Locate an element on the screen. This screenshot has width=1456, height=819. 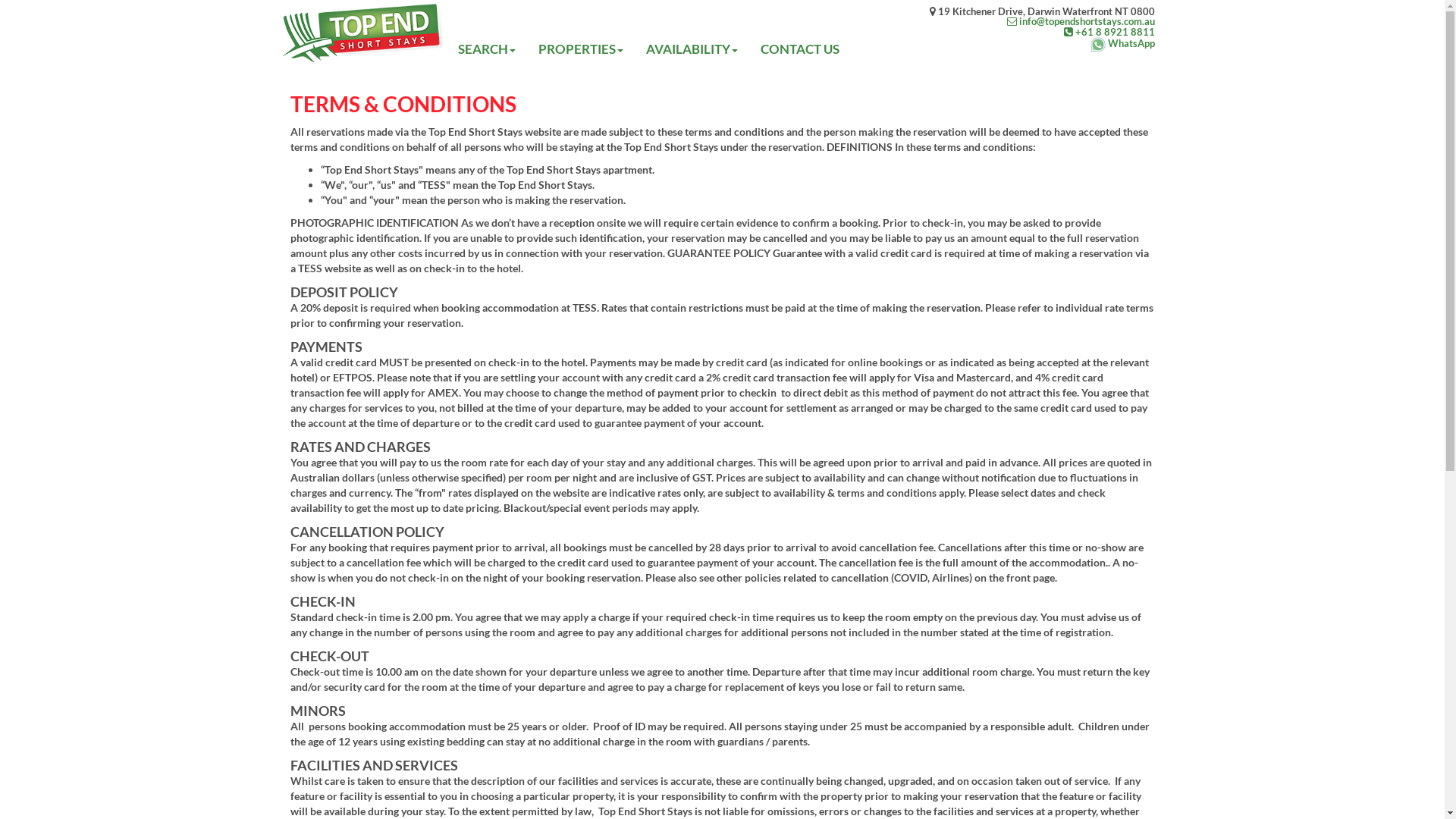
'+61 8 8921 8811' is located at coordinates (1041, 32).